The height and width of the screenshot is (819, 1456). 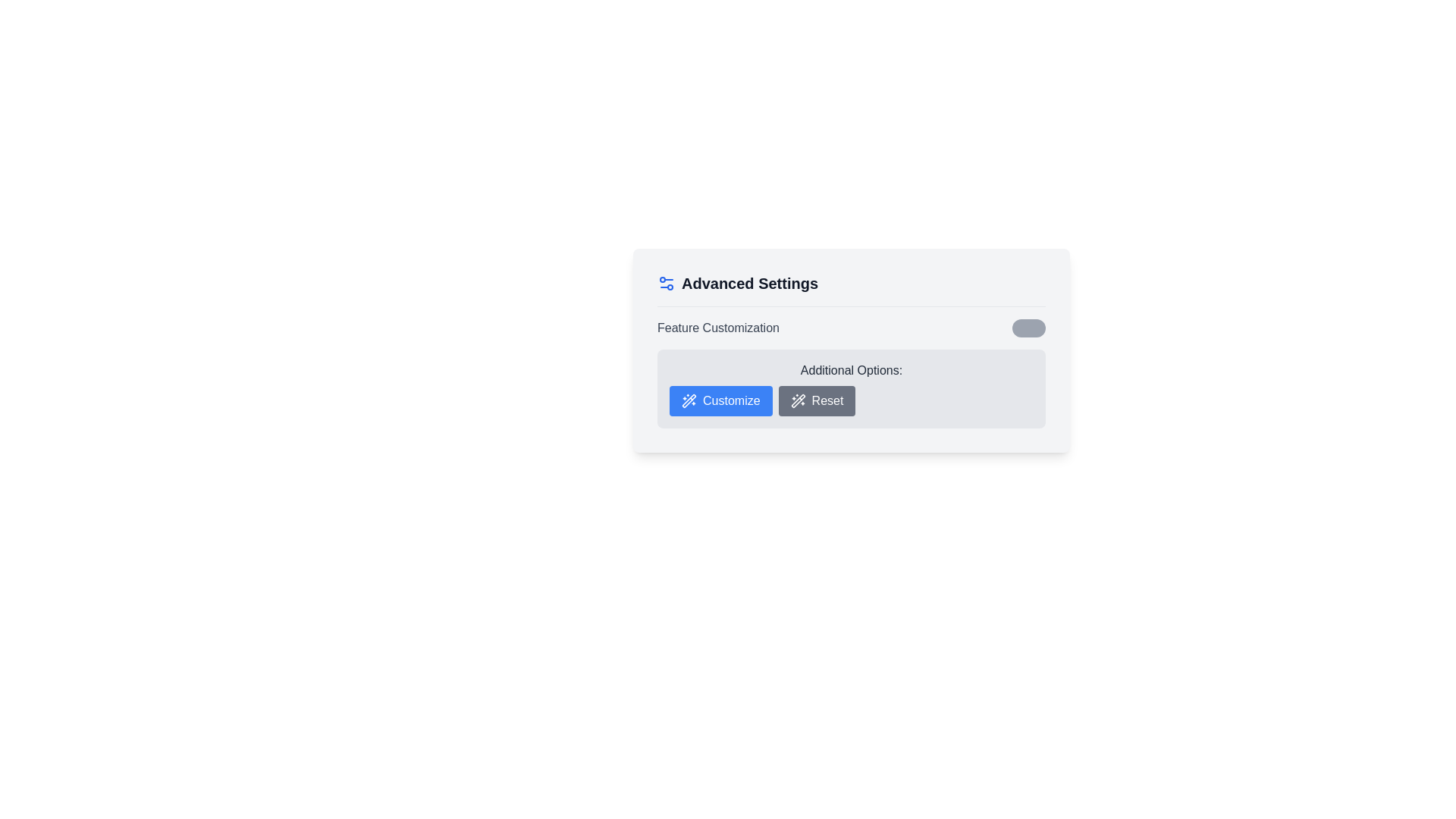 What do you see at coordinates (749, 284) in the screenshot?
I see `the 'Advanced Settings' text label, which is displayed in bold, large dark gray font and is located next to a settings gears icon` at bounding box center [749, 284].